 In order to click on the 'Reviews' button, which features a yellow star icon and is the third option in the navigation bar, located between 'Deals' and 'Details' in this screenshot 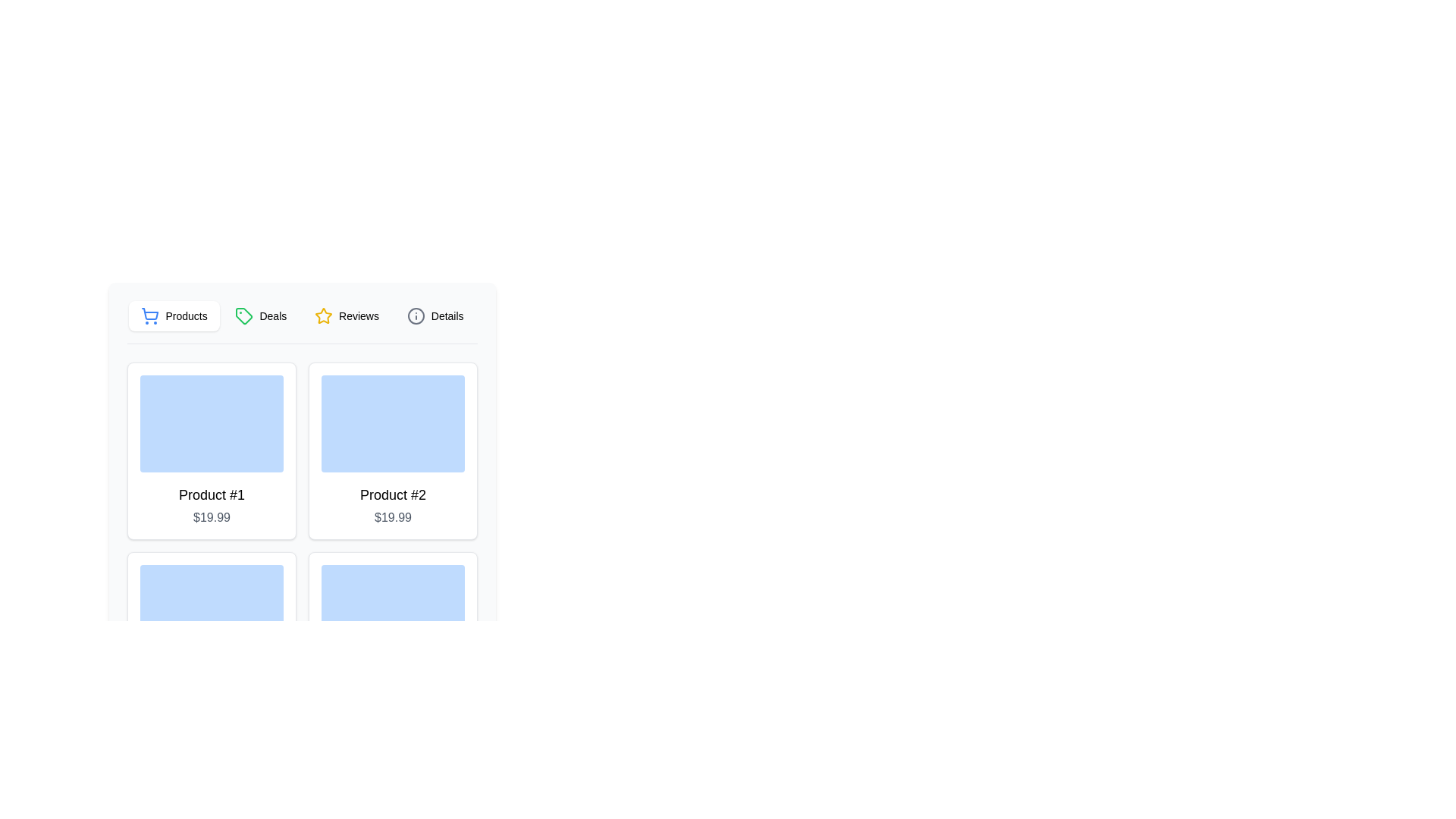, I will do `click(346, 315)`.